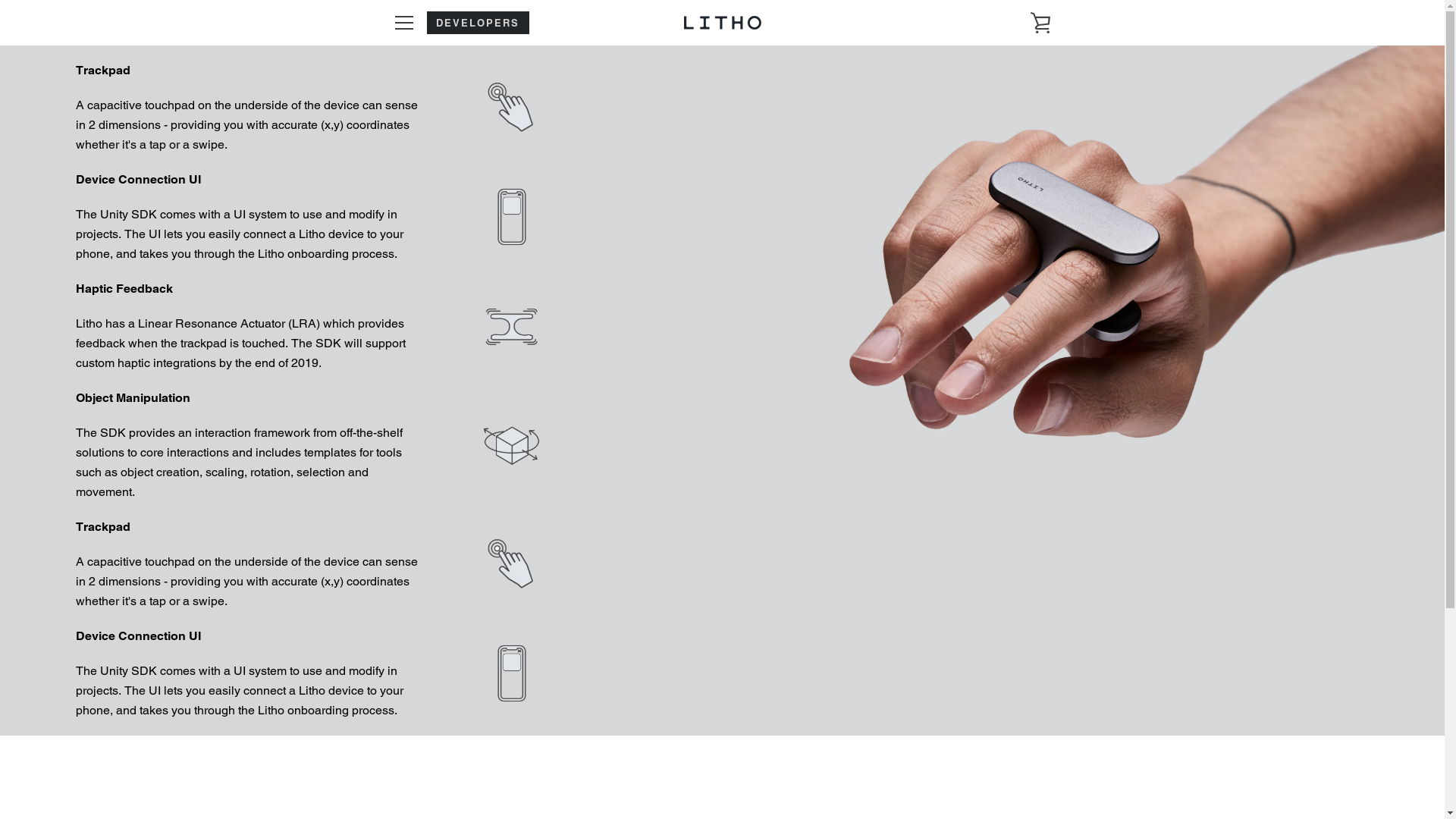 This screenshot has height=819, width=1456. I want to click on 'VIEW CART', so click(1040, 23).